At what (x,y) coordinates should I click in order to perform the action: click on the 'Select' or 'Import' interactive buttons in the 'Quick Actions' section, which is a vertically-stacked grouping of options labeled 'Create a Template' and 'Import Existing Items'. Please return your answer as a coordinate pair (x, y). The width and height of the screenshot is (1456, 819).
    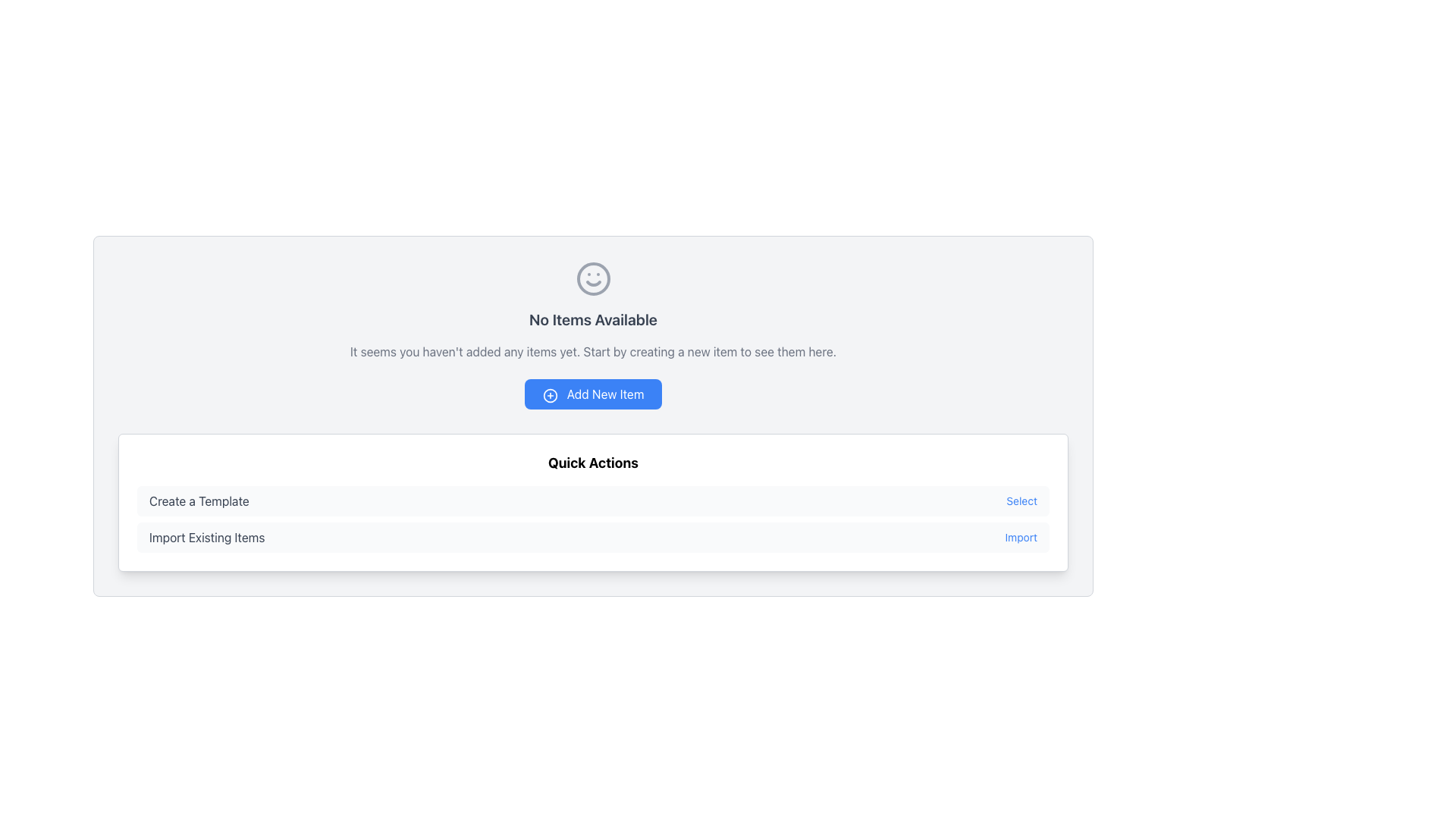
    Looking at the image, I should click on (592, 519).